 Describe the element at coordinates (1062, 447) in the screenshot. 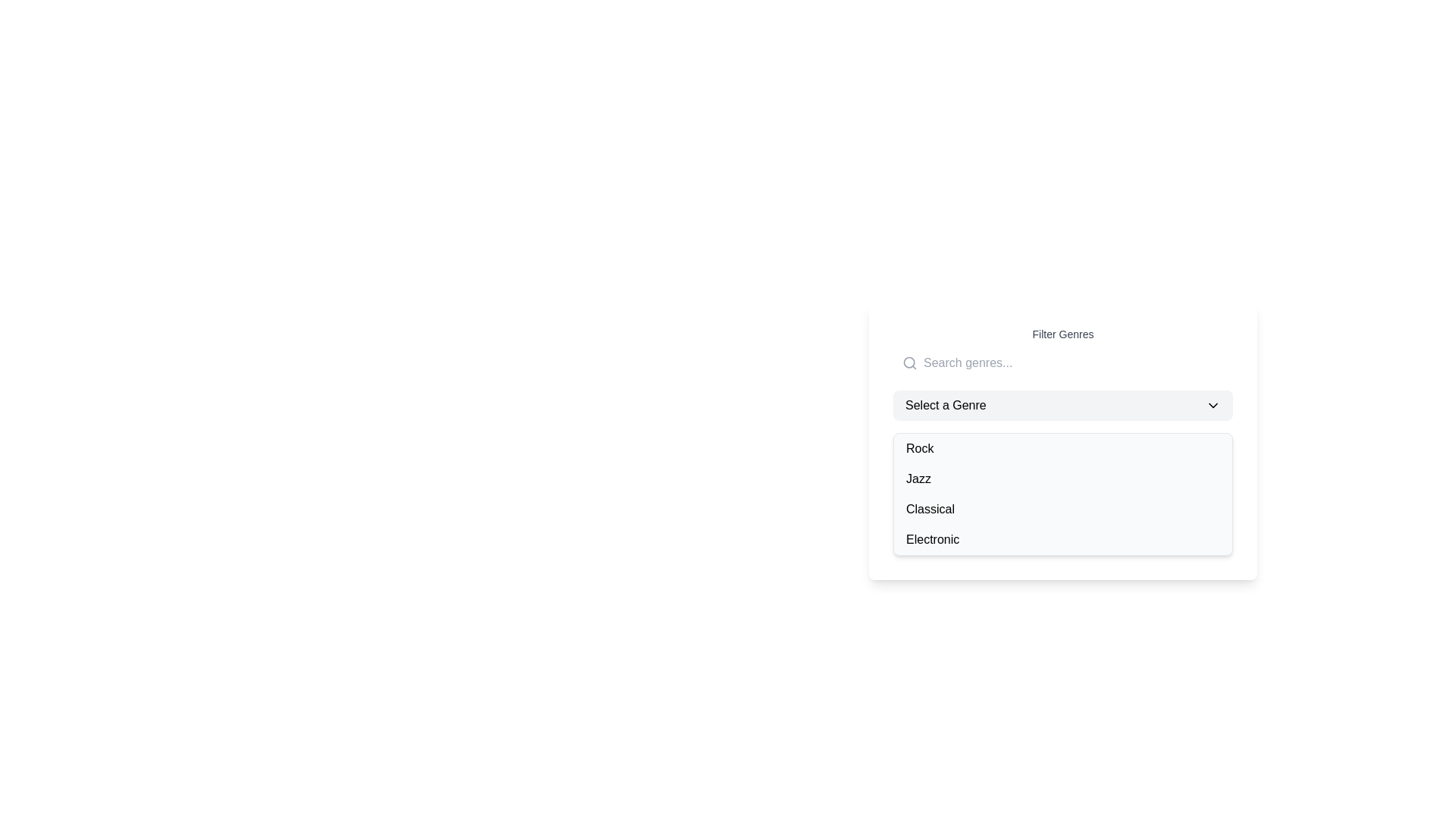

I see `the first item in the genre filter dropdown menu labeled 'Rock'` at that location.